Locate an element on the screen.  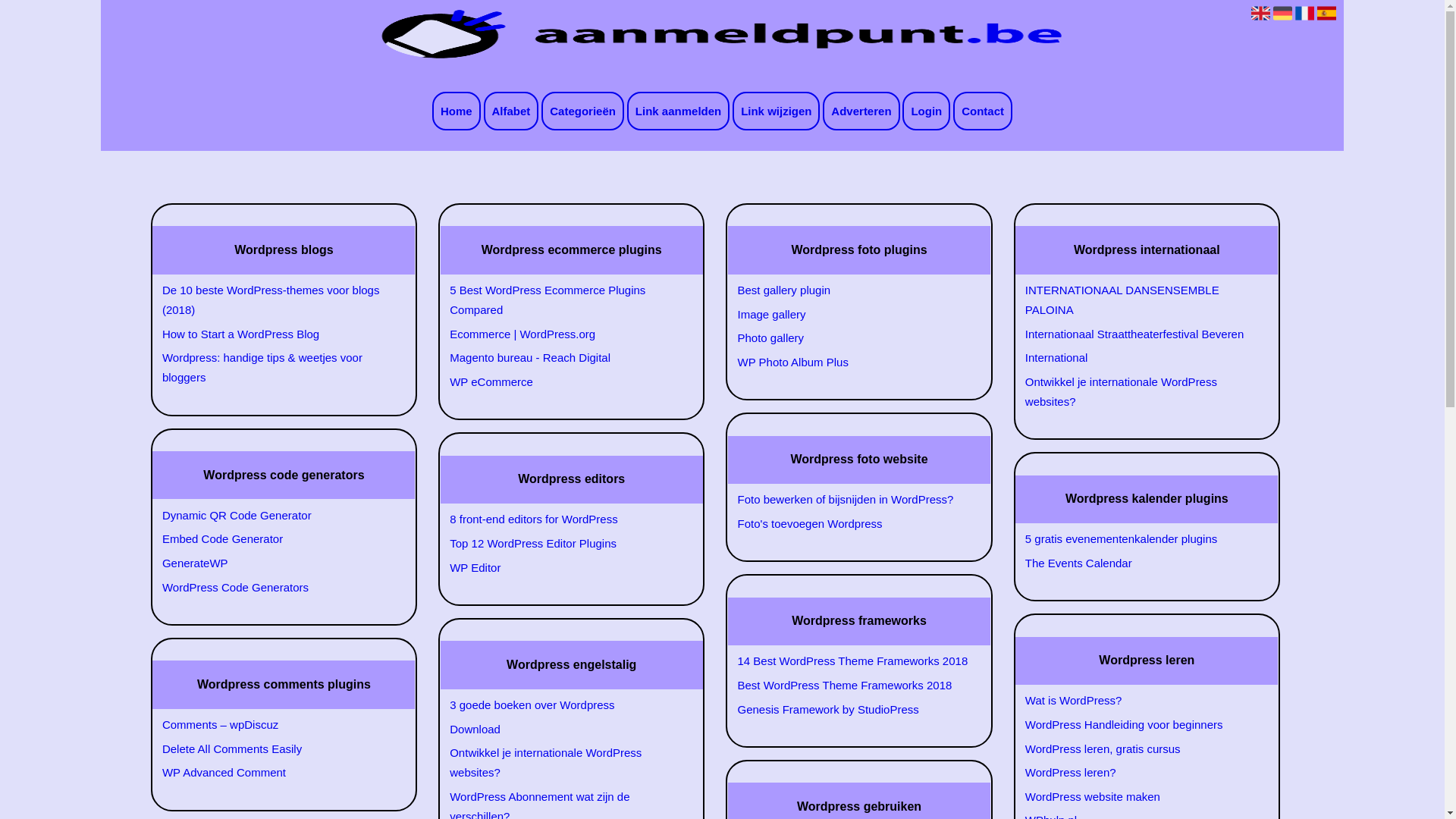
'5 Best WordPress Ecommerce Plugins Compared' is located at coordinates (441, 300).